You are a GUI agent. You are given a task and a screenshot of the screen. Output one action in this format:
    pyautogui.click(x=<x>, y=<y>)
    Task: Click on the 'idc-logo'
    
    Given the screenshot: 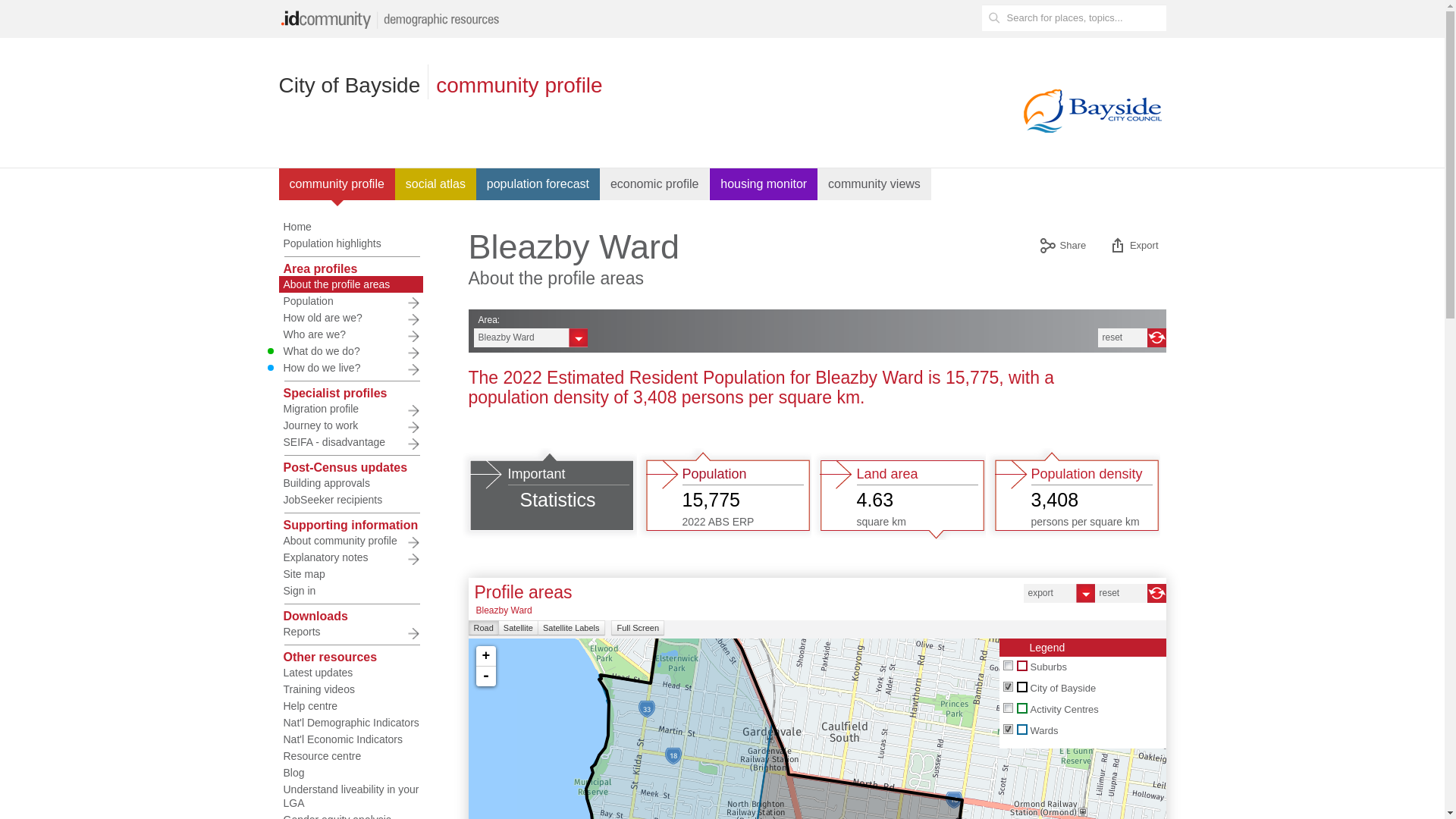 What is the action you would take?
    pyautogui.click(x=393, y=18)
    